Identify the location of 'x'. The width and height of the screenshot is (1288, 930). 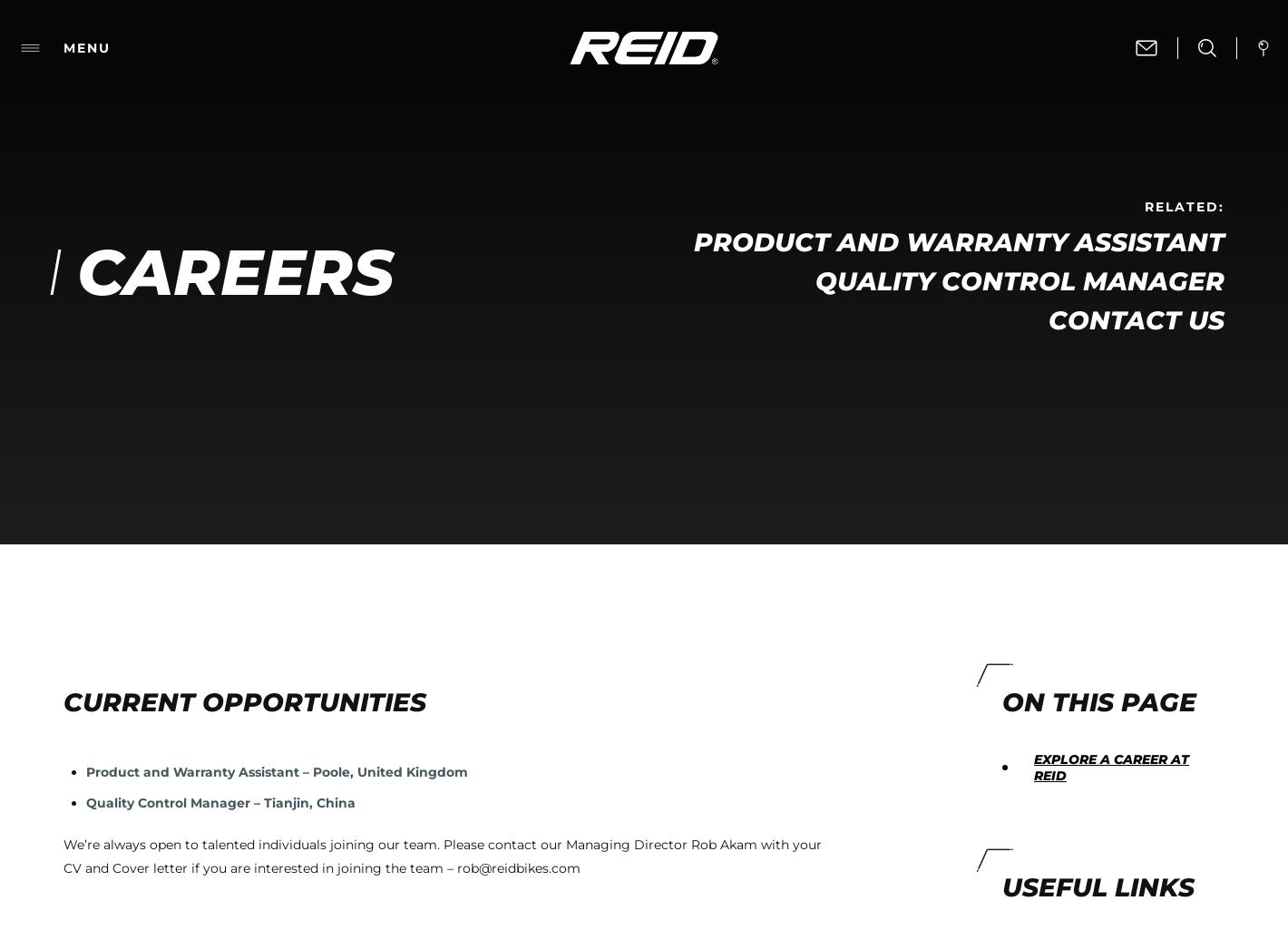
(933, 719).